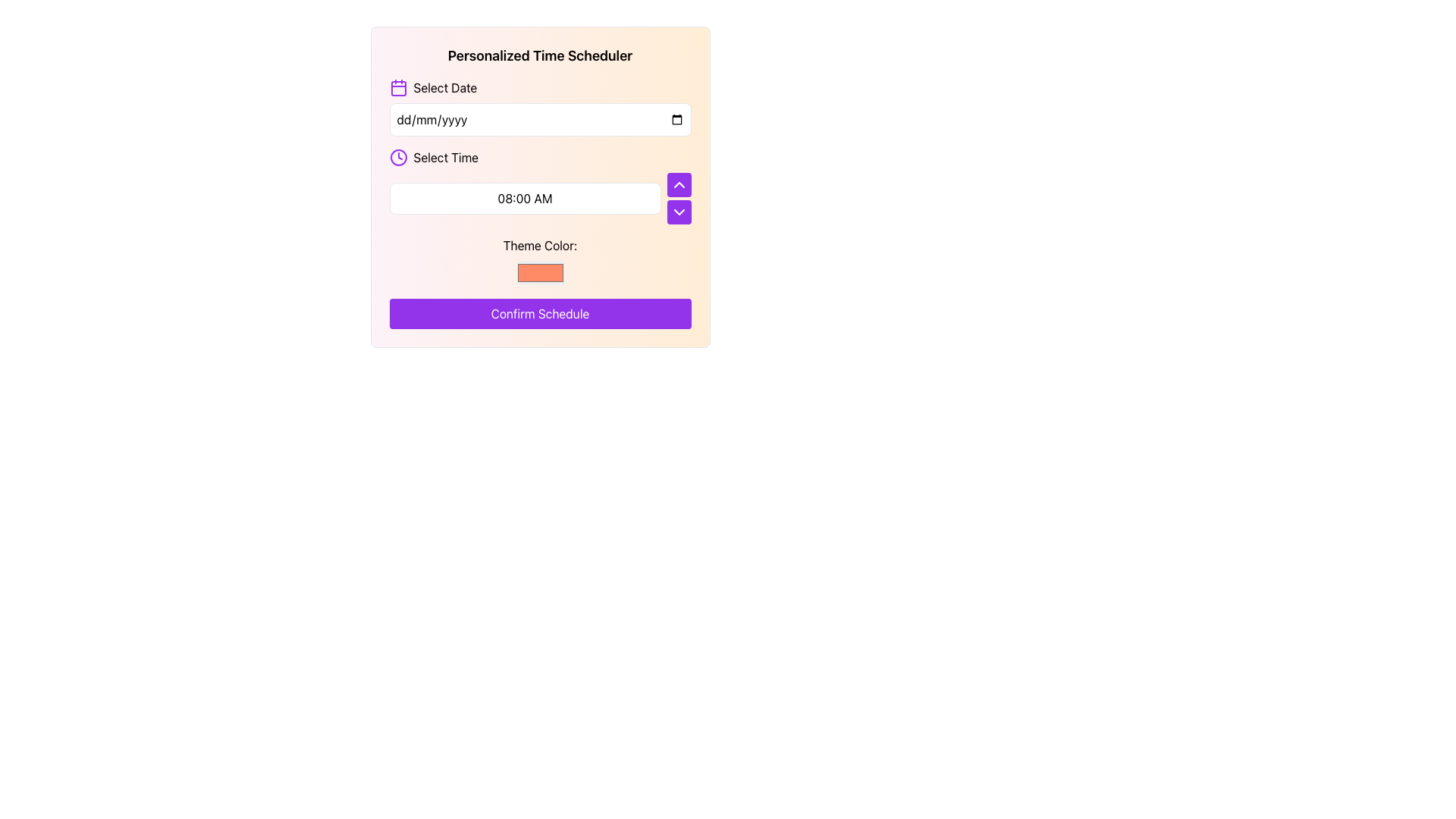 This screenshot has width=1456, height=819. I want to click on the Color Picker element located below the 'Select Time' section and above the 'Confirm Schedule' purple button, so click(540, 260).